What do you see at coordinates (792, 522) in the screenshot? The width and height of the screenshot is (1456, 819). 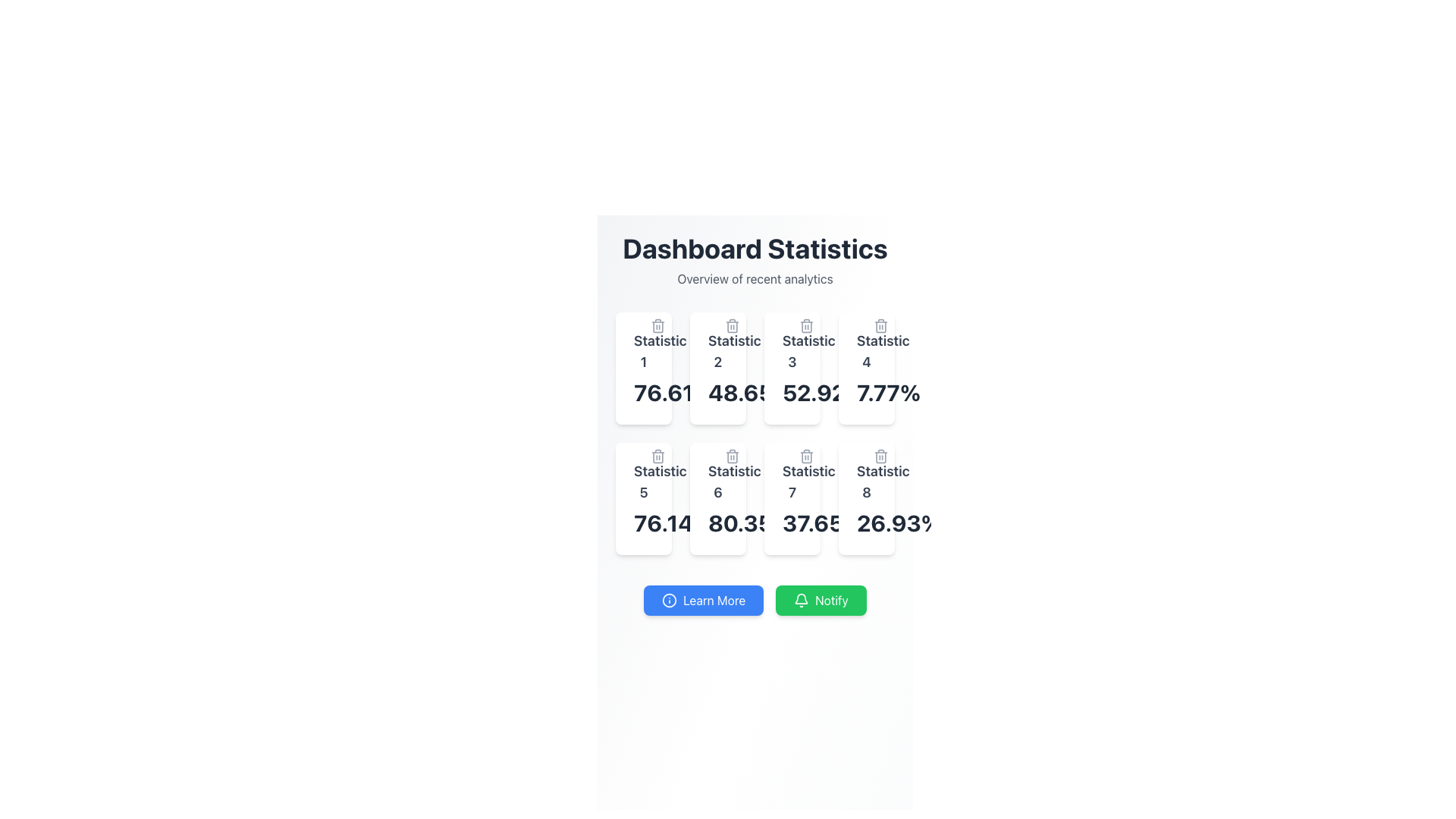 I see `the text label displaying a percentage value located in the 'Statistic 7' card, which is the third card from the left in the lower row of the statistics grid` at bounding box center [792, 522].